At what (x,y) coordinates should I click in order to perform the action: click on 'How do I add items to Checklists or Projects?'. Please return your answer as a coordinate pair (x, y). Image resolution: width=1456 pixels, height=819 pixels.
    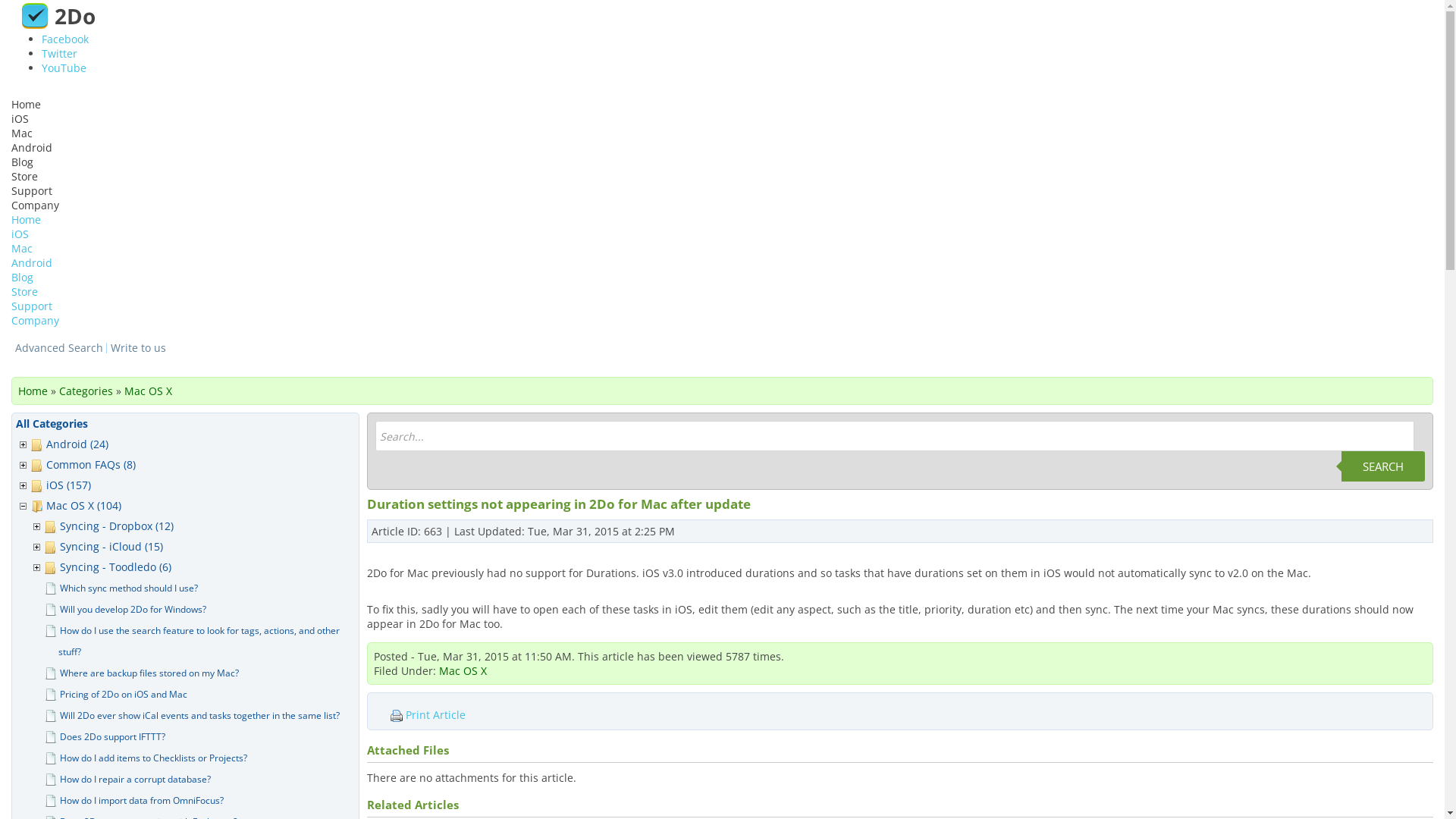
    Looking at the image, I should click on (156, 758).